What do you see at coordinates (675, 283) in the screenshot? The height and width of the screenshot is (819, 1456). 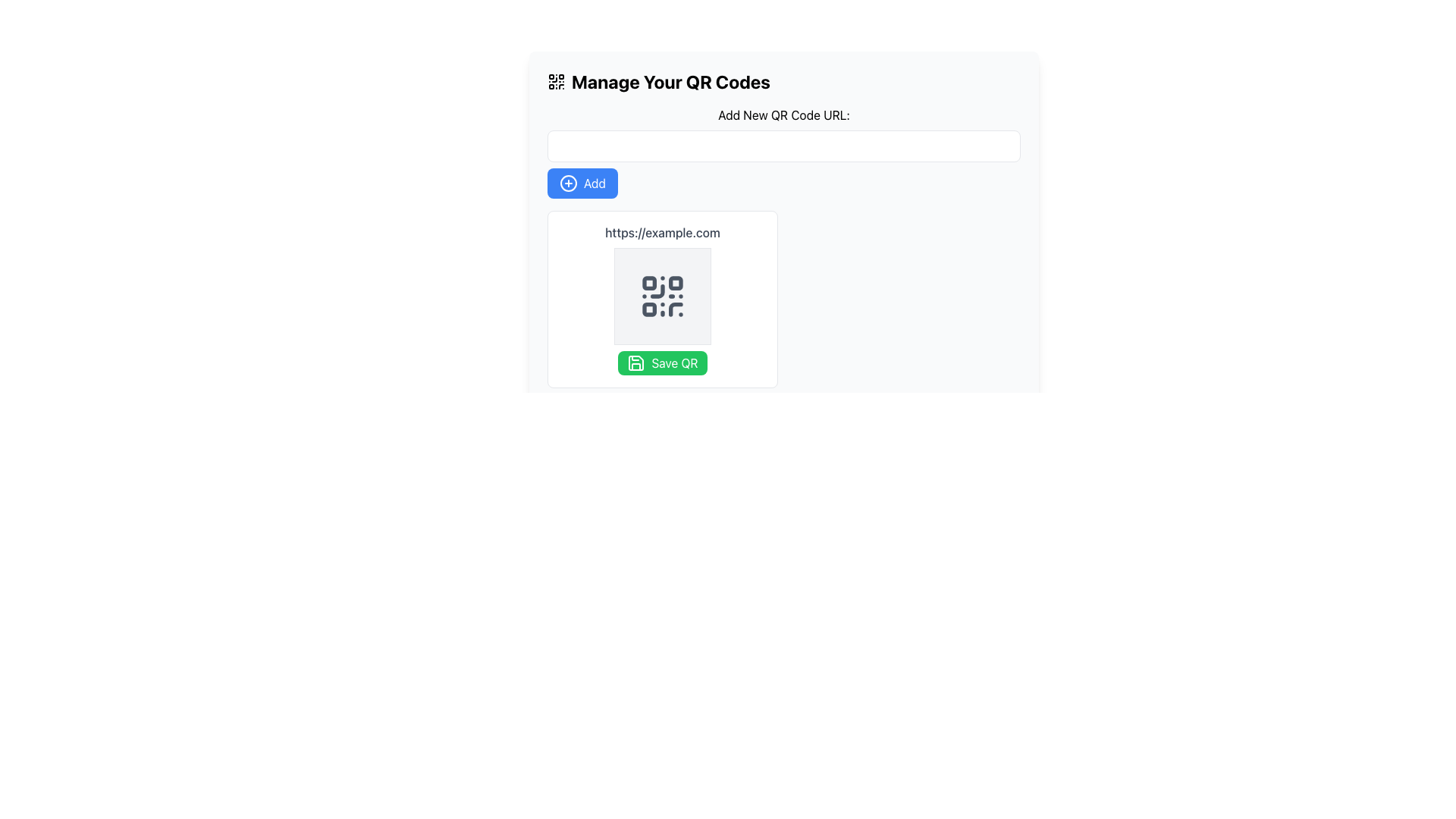 I see `the middle rounded rectangle of the QR code icon, which is the second component in a horizontal row of three rounded rectangles at the top of the QR code` at bounding box center [675, 283].